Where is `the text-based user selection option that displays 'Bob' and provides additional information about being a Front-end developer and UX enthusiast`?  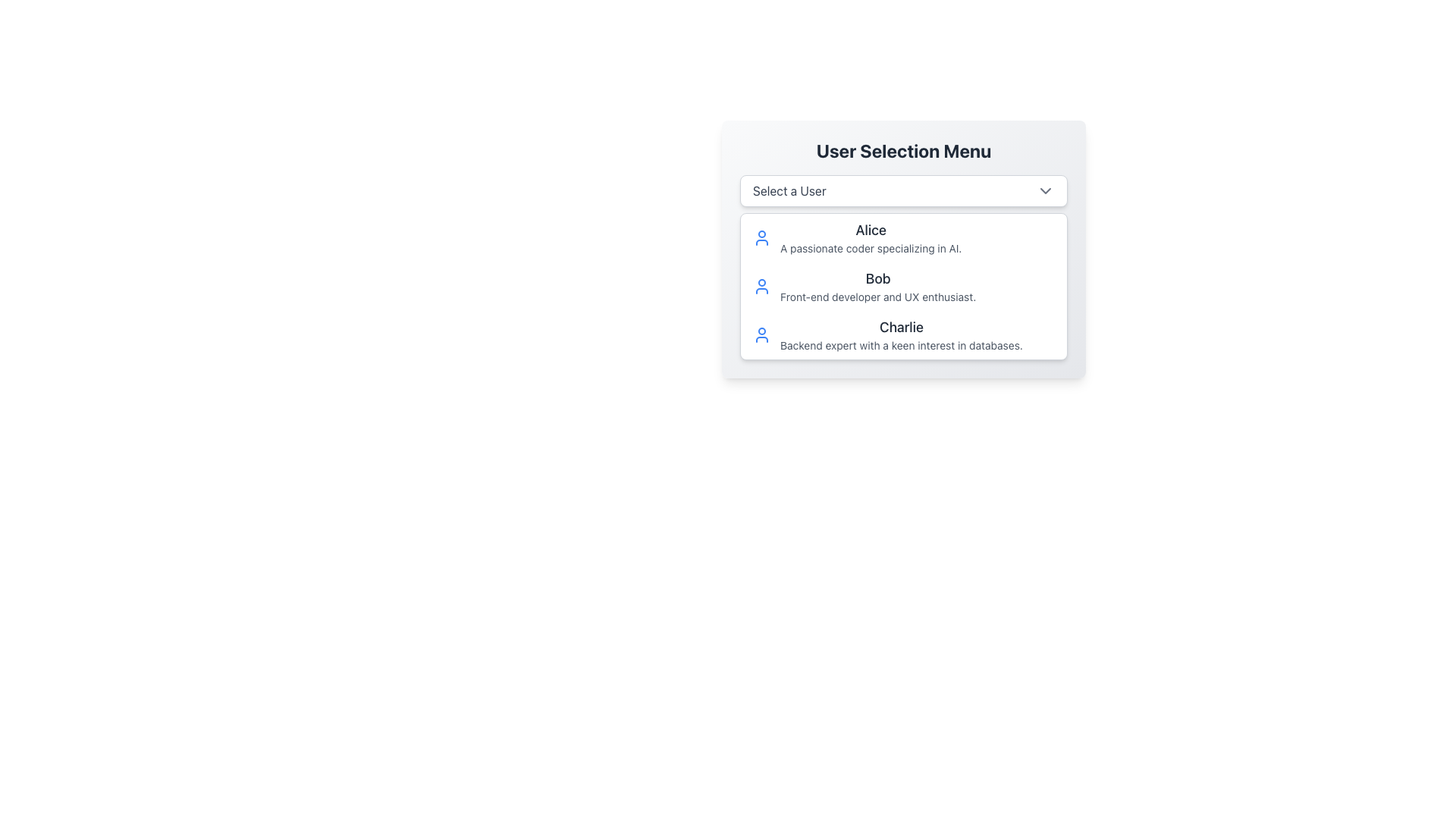 the text-based user selection option that displays 'Bob' and provides additional information about being a Front-end developer and UX enthusiast is located at coordinates (878, 287).